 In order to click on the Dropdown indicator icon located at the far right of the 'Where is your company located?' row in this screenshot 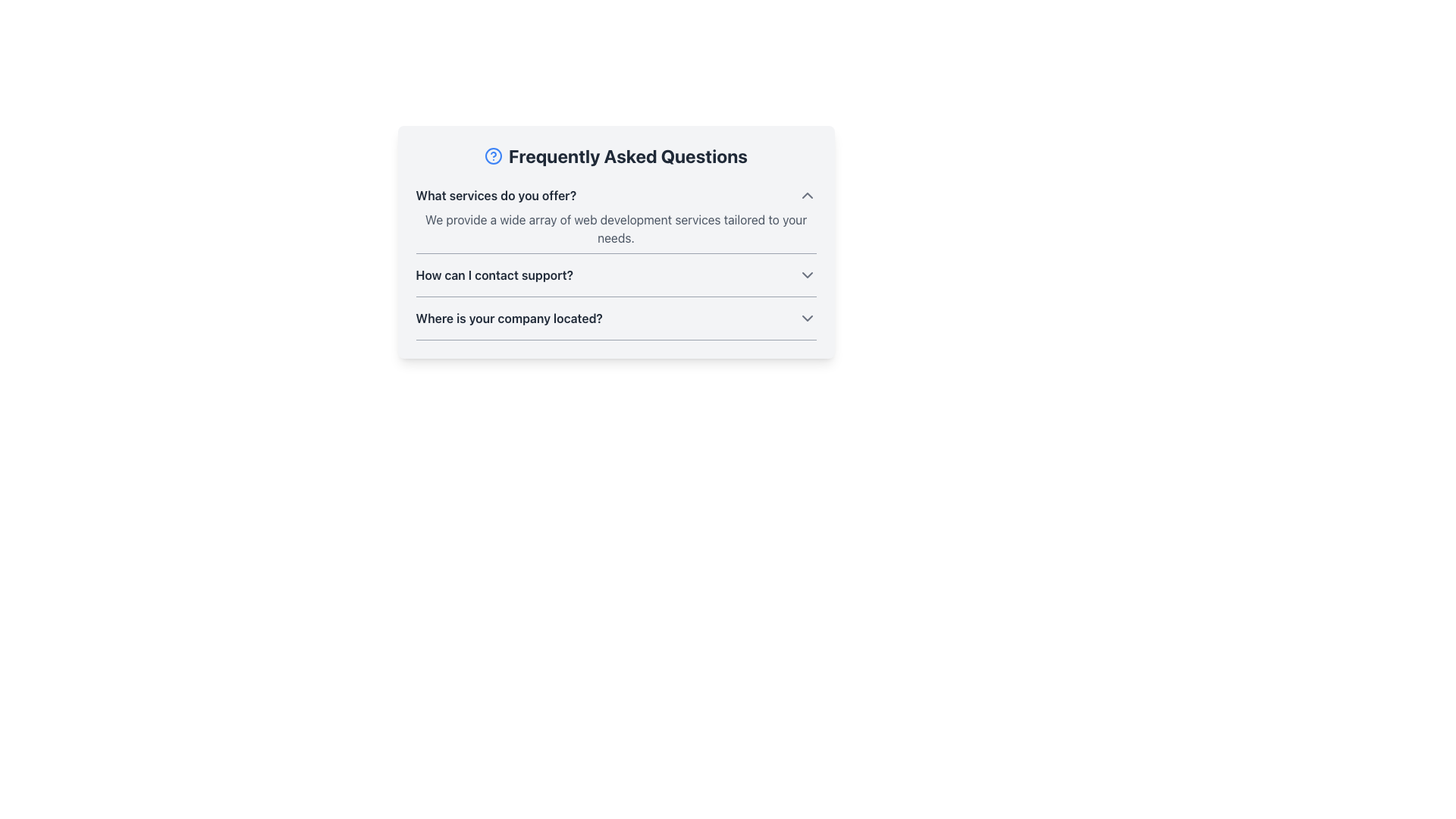, I will do `click(806, 318)`.